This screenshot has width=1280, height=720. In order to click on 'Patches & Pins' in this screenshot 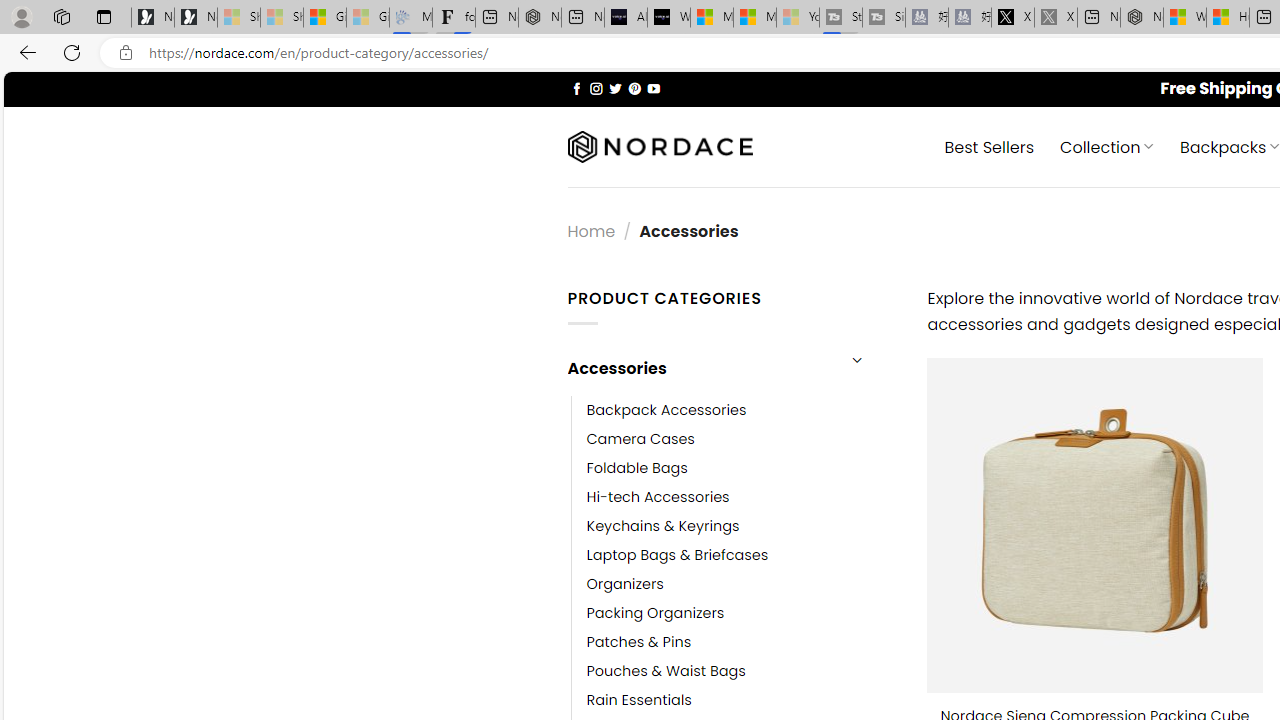, I will do `click(638, 642)`.